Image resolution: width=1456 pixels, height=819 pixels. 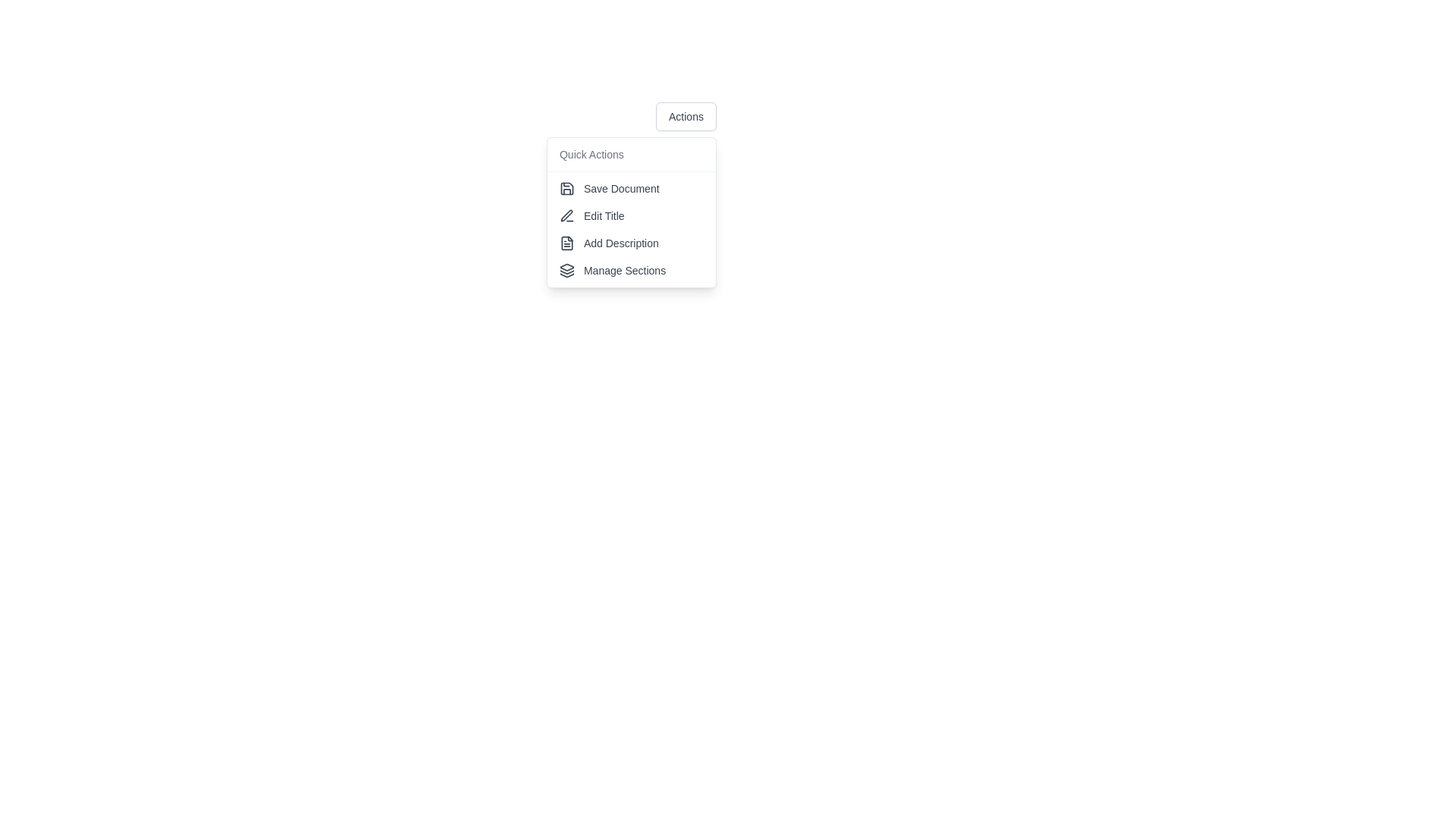 What do you see at coordinates (566, 270) in the screenshot?
I see `the small, stylized icon representing layered objects, which is located to the left of the 'Manage Sections' label in the dropdown menu` at bounding box center [566, 270].